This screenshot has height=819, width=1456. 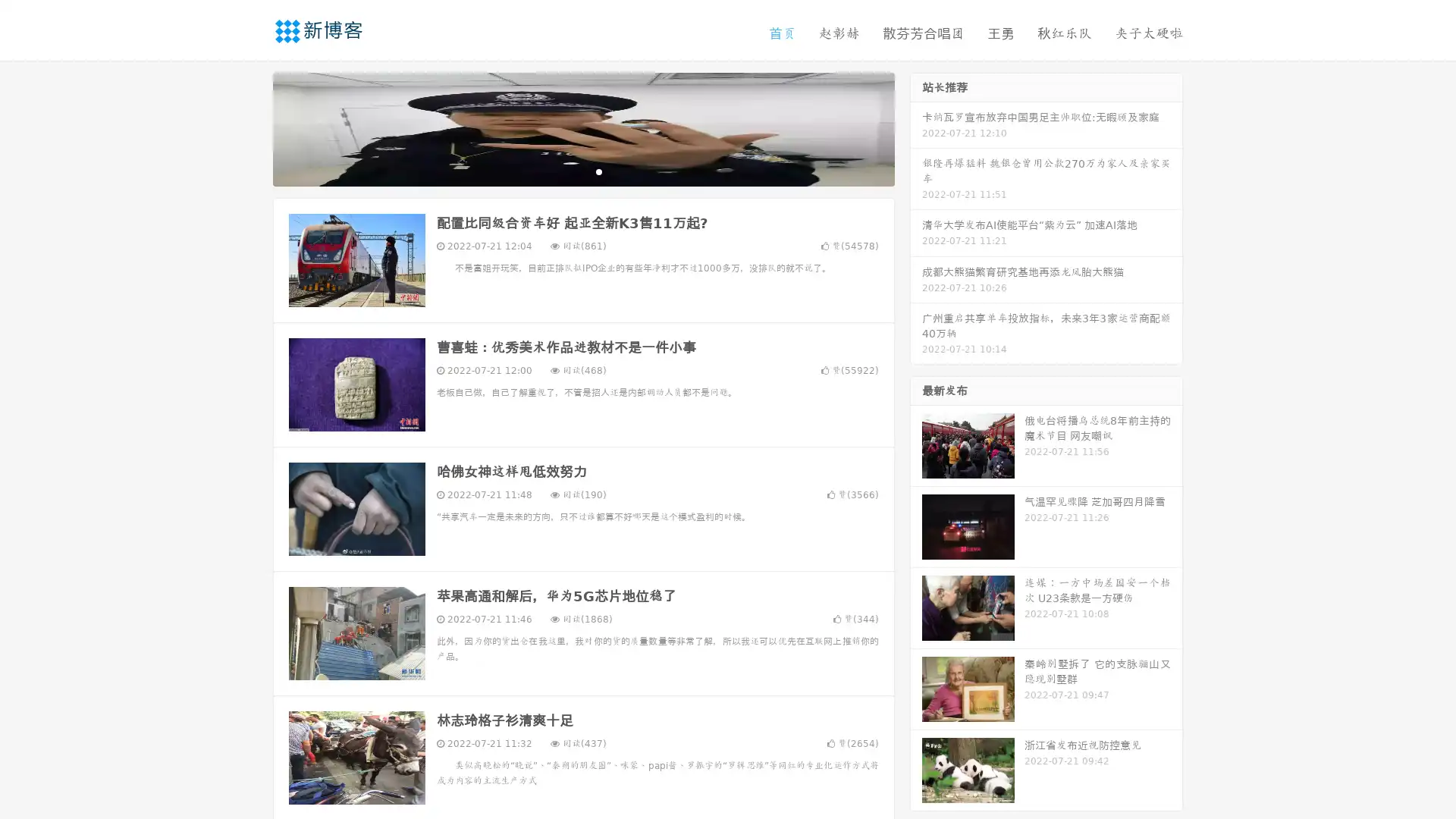 I want to click on Go to slide 2, so click(x=582, y=171).